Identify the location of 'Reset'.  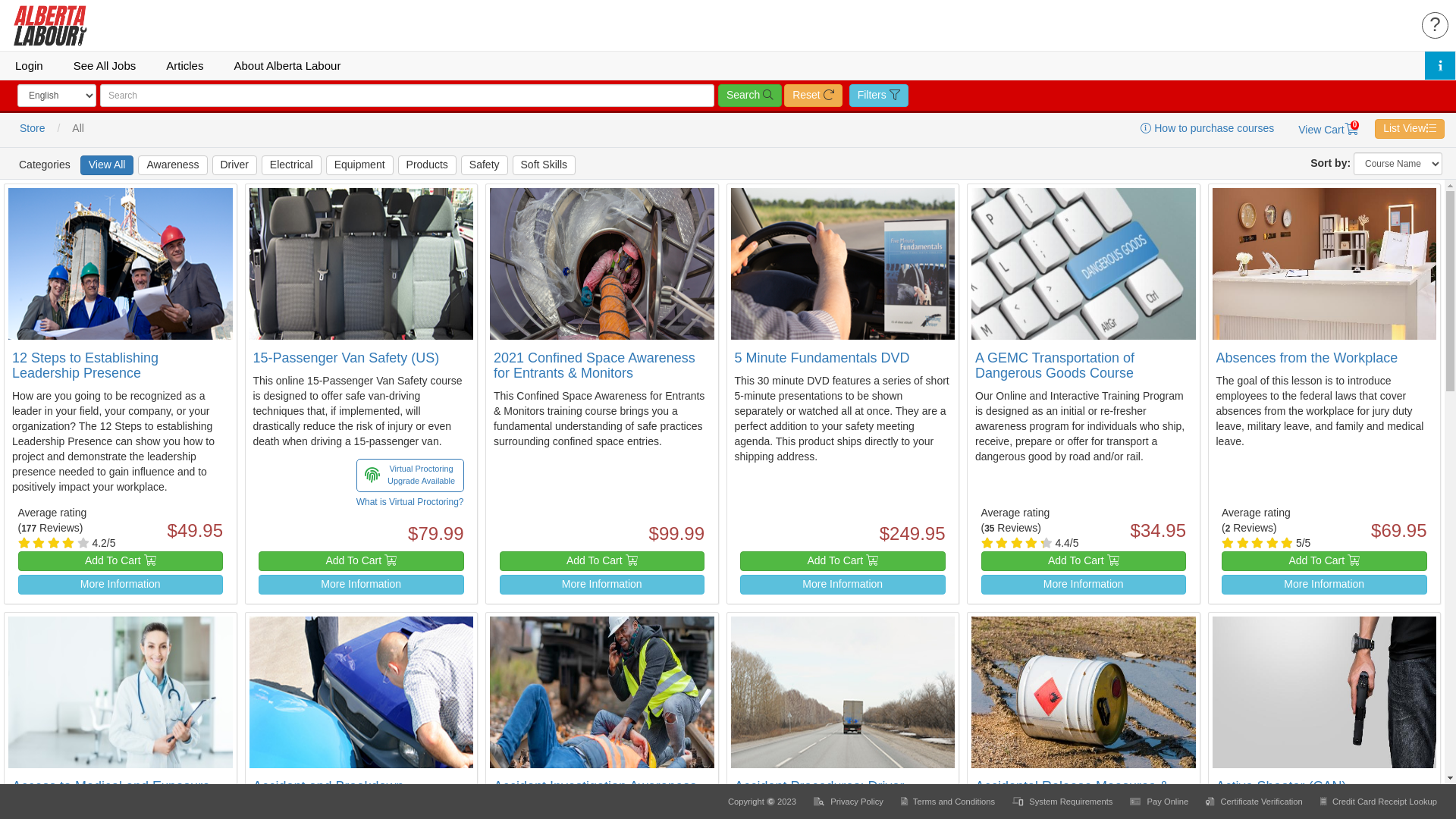
(811, 96).